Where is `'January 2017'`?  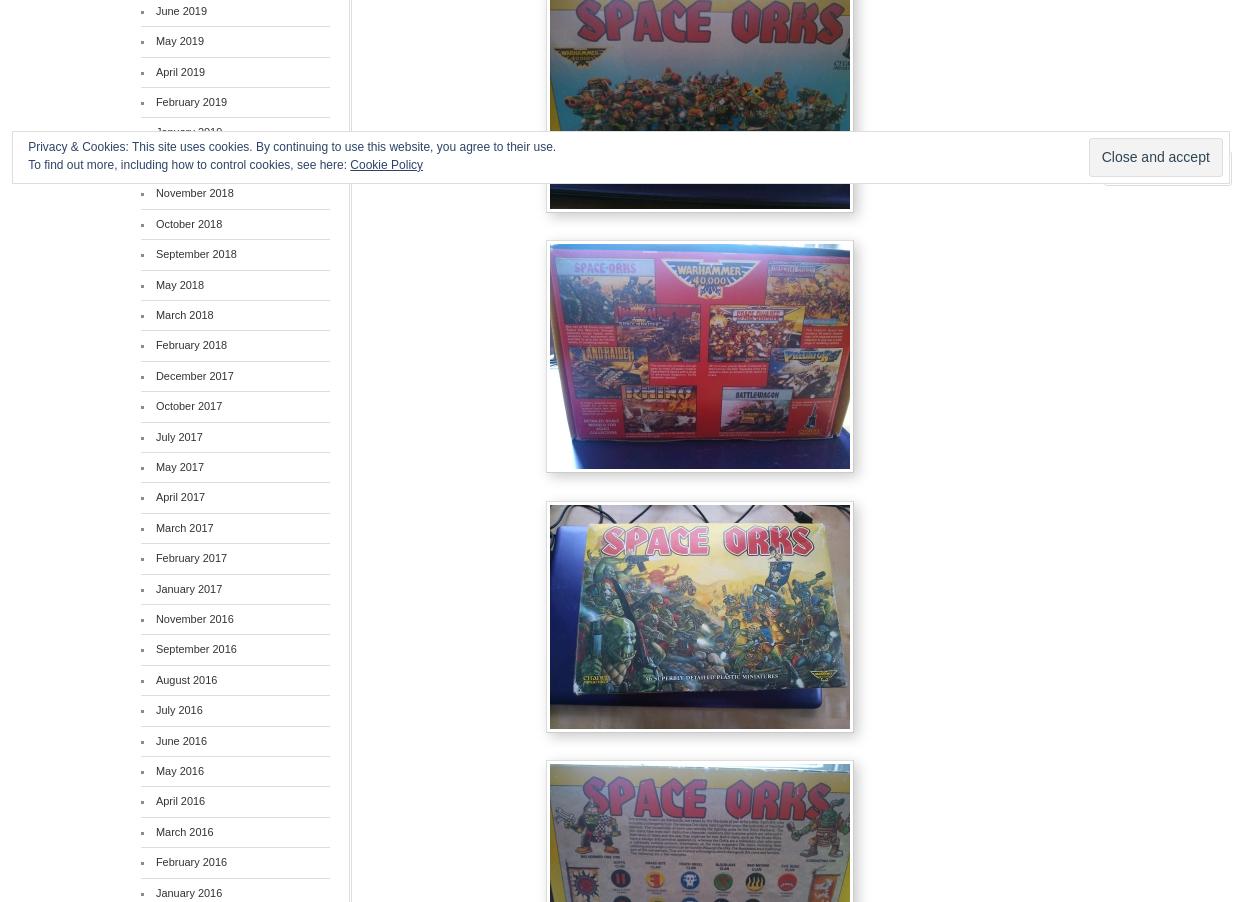
'January 2017' is located at coordinates (188, 588).